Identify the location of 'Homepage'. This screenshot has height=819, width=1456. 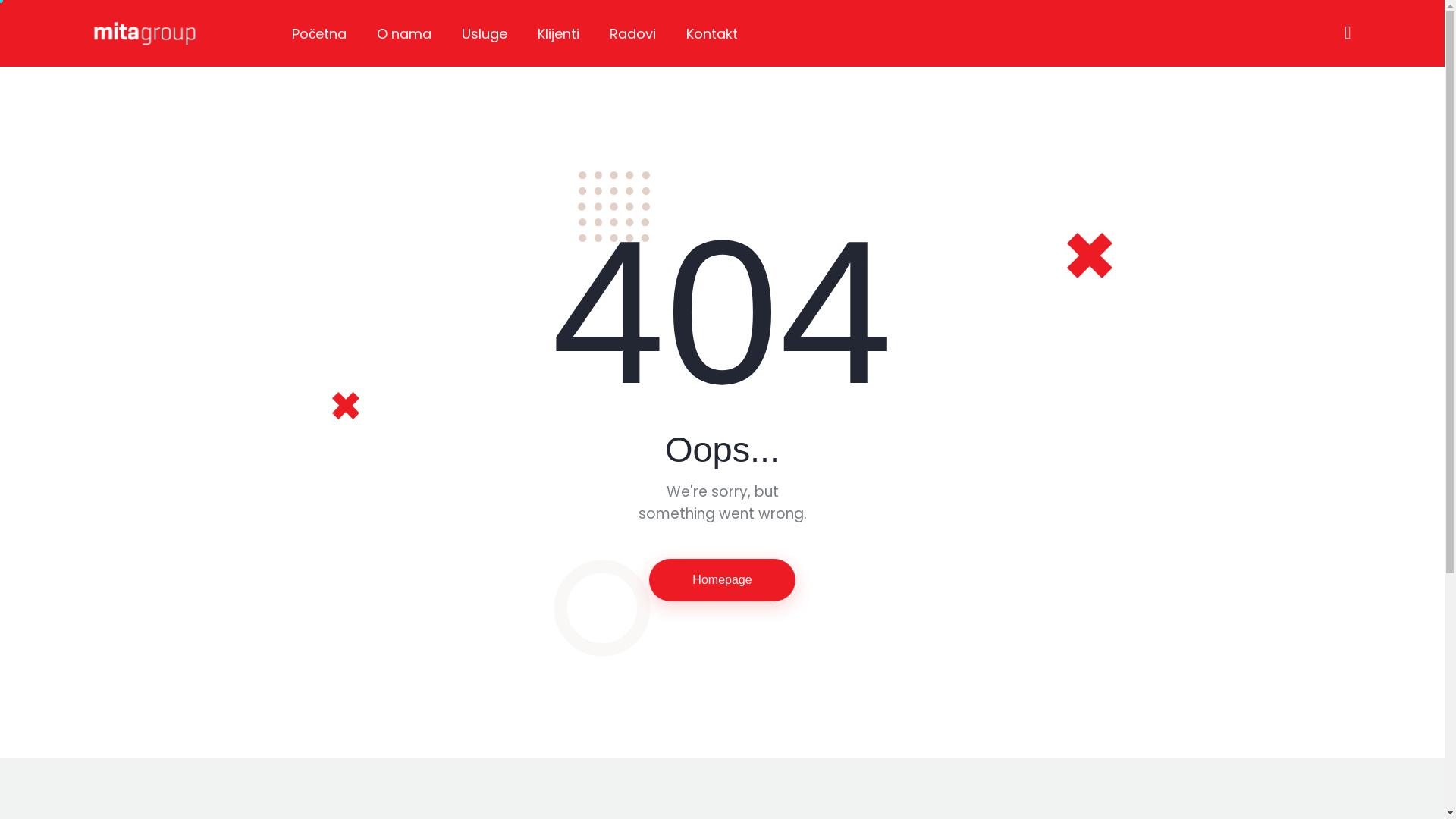
(648, 579).